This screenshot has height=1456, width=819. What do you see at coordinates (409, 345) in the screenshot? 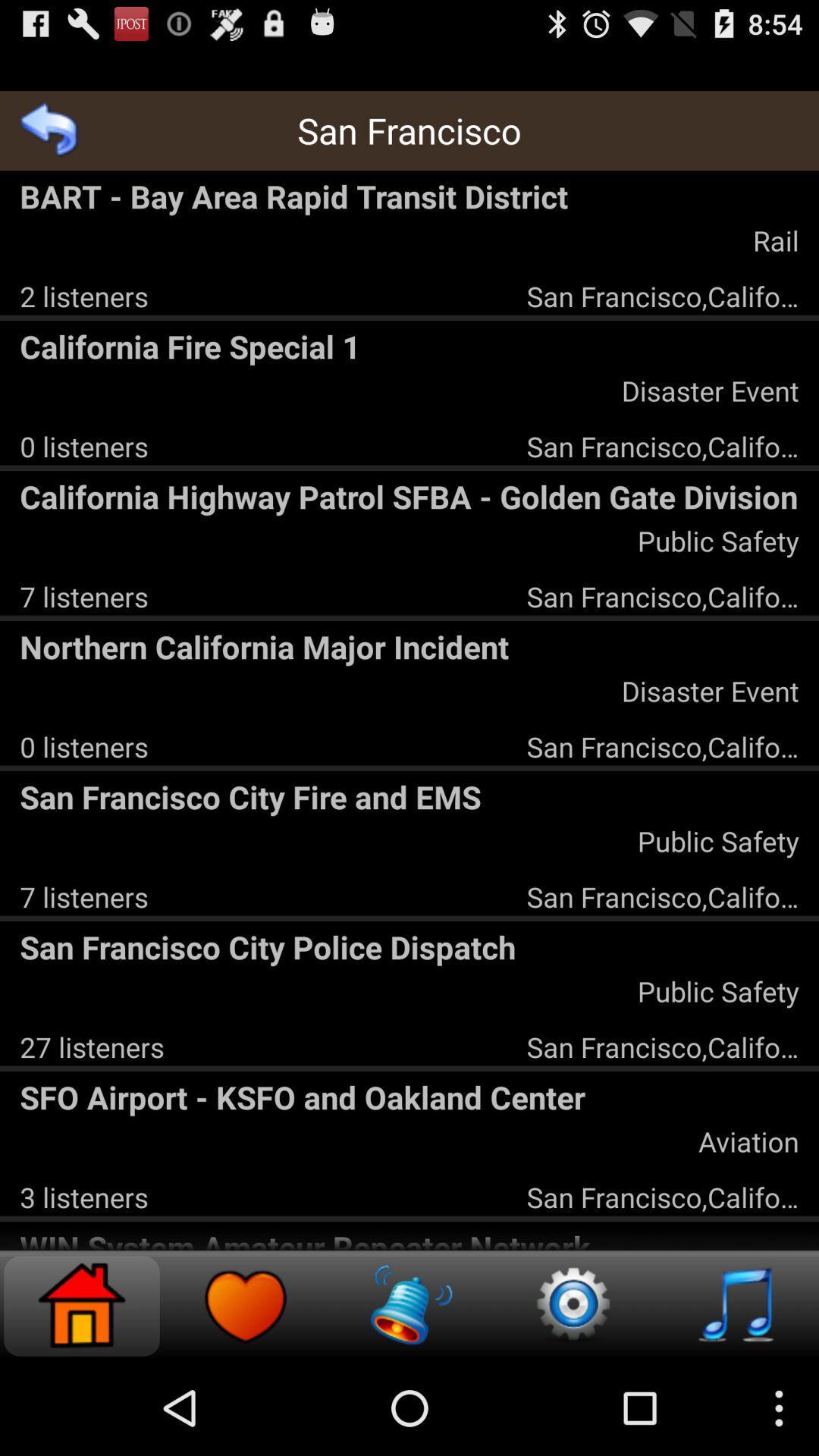
I see `the icon above the disaster event` at bounding box center [409, 345].